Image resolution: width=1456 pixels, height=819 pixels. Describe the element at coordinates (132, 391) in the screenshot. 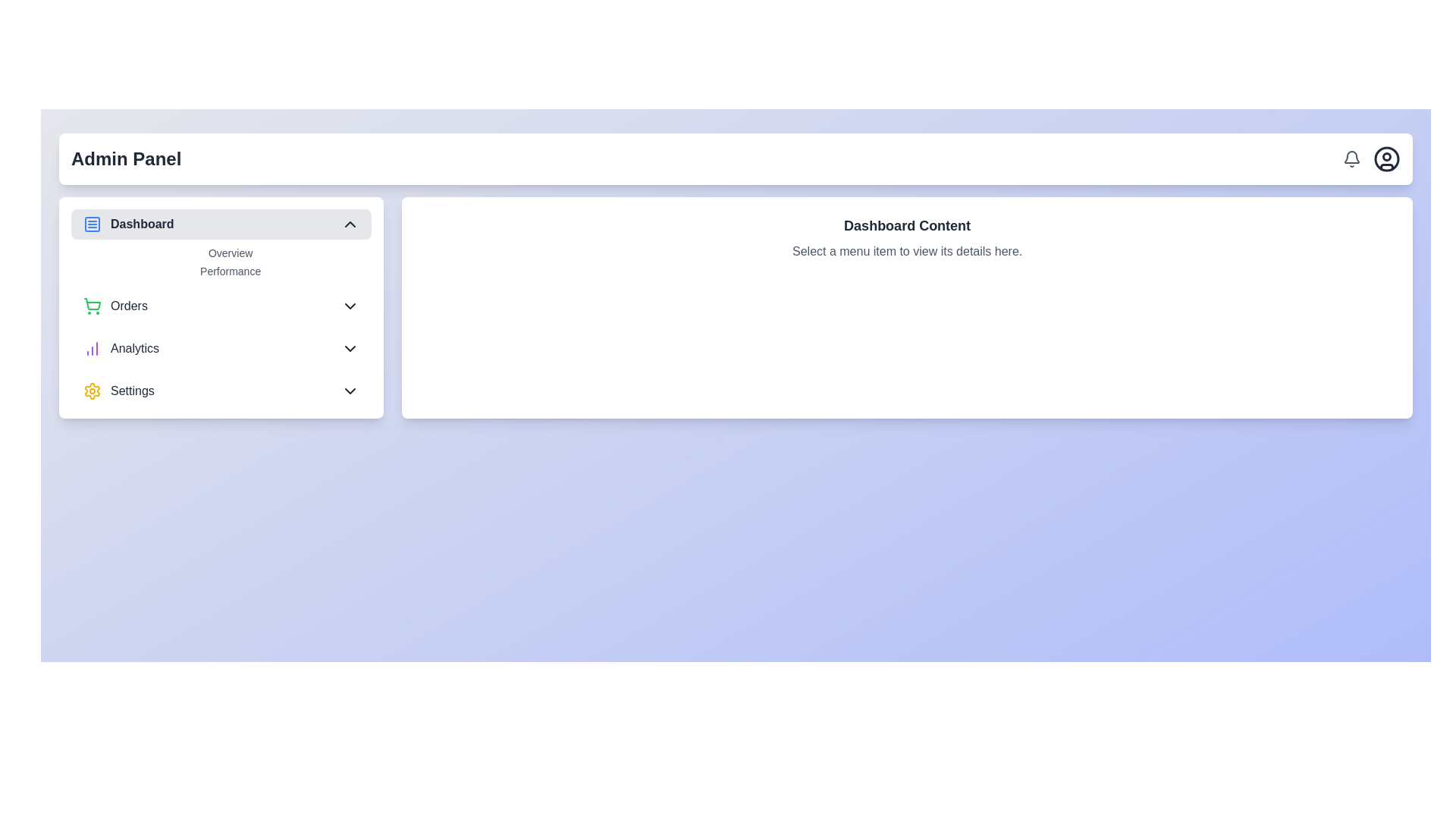

I see `the 'Settings' label located in the vertical navigation bar on the left side of the interface, directly beneath the 'Analytics' section` at that location.